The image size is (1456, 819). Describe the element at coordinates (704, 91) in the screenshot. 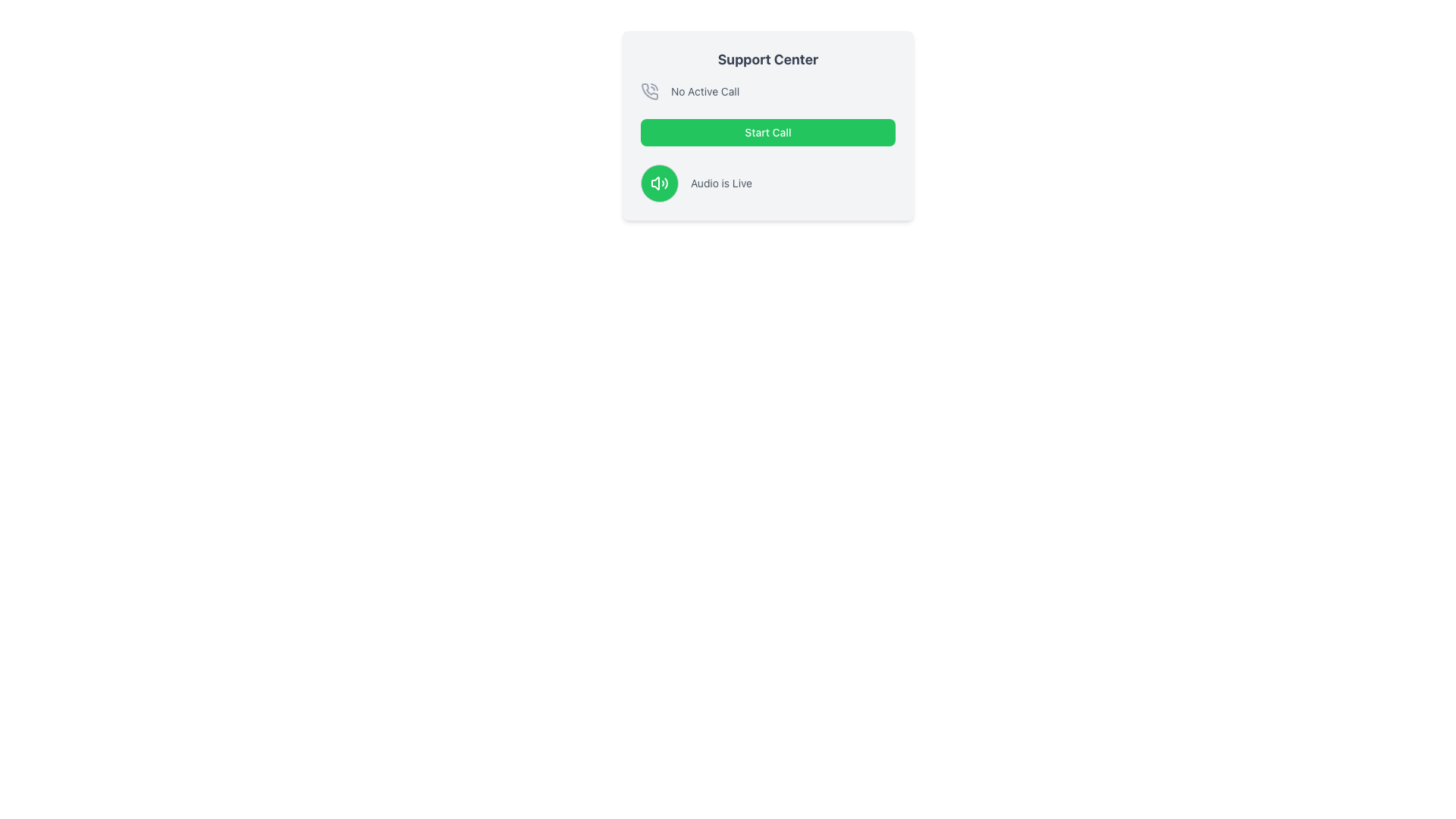

I see `the status indicator Text Label that informs users there are currently no active calls, located to the right of a phone icon and above the 'Start Call' button` at that location.